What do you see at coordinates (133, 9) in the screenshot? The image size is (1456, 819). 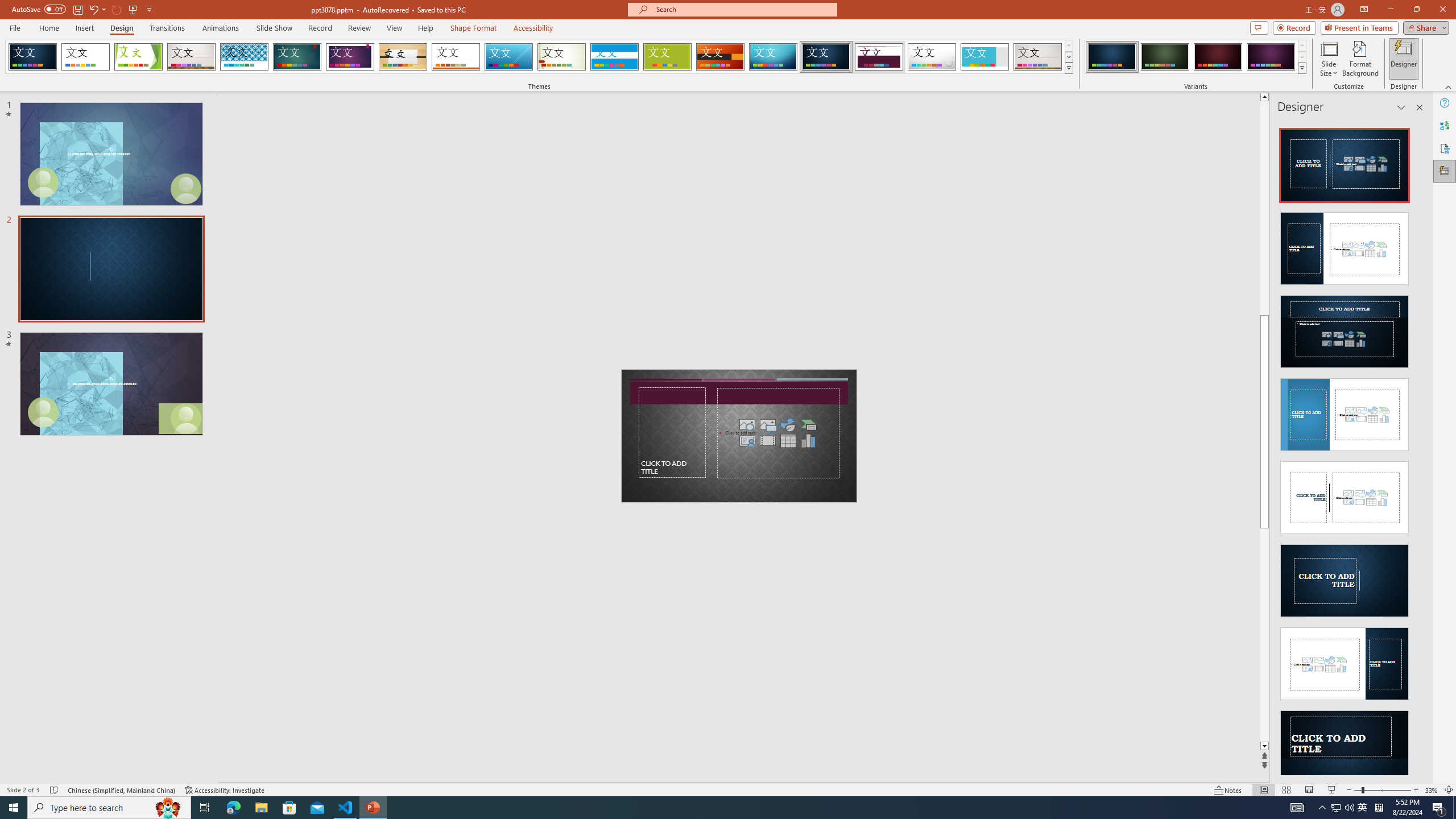 I see `'From Beginning'` at bounding box center [133, 9].